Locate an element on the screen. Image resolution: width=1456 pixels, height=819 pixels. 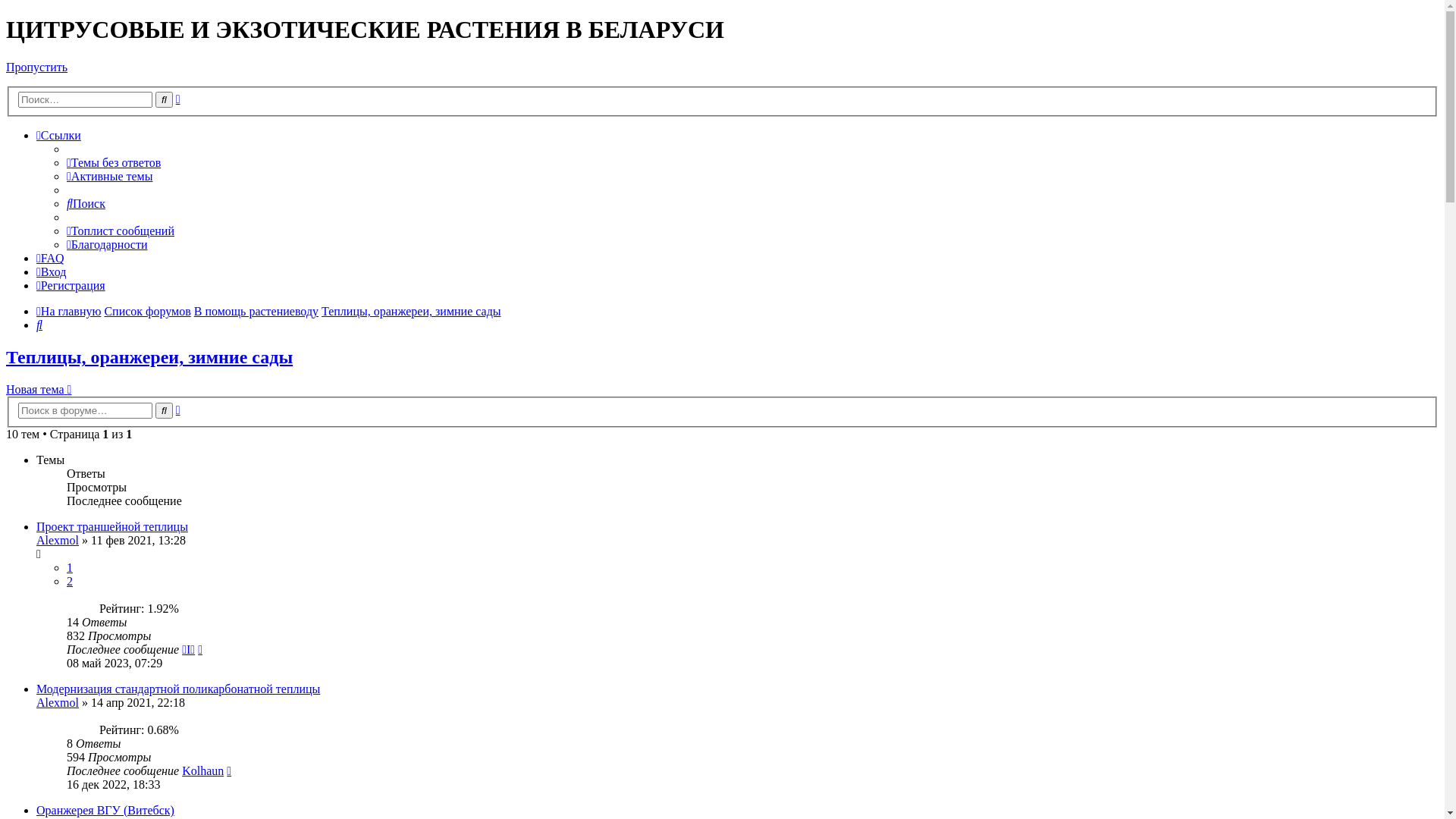
'Kolhaun' is located at coordinates (202, 770).